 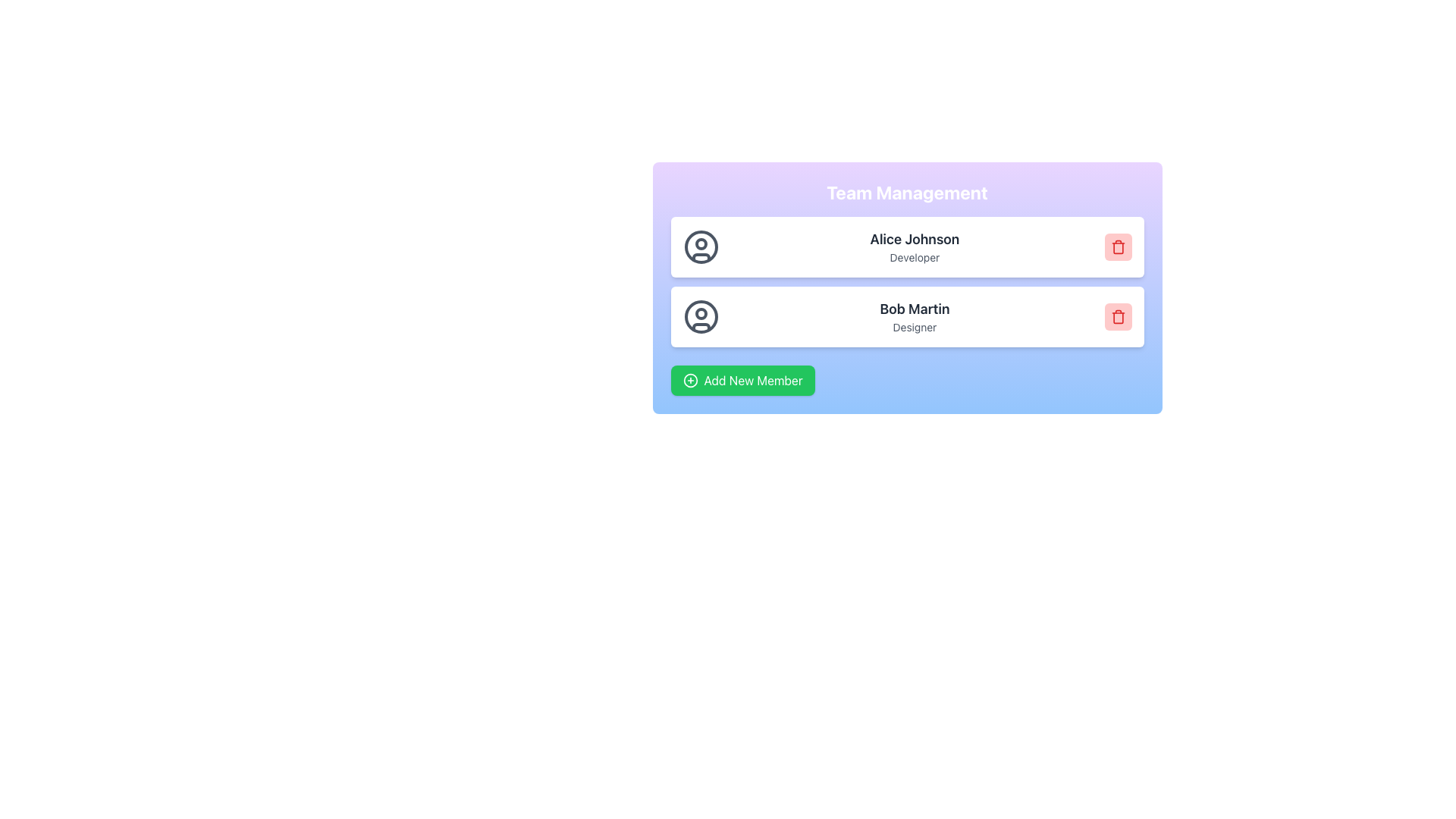 What do you see at coordinates (1118, 315) in the screenshot?
I see `the red button with a trash can icon located to the far right of the user information for 'Bob Martin, Designer'` at bounding box center [1118, 315].